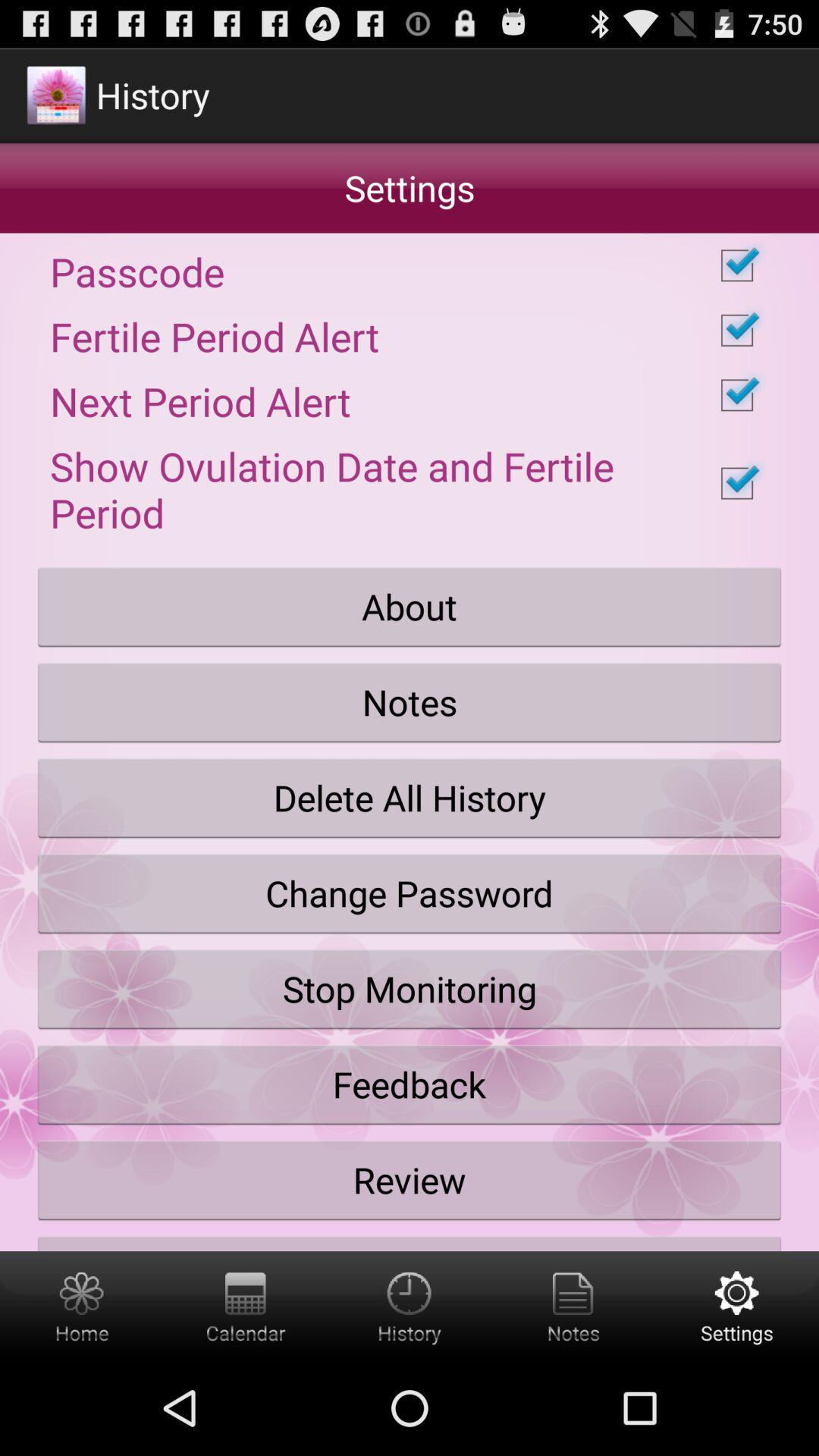 This screenshot has width=819, height=1456. What do you see at coordinates (409, 797) in the screenshot?
I see `the delete all history icon` at bounding box center [409, 797].